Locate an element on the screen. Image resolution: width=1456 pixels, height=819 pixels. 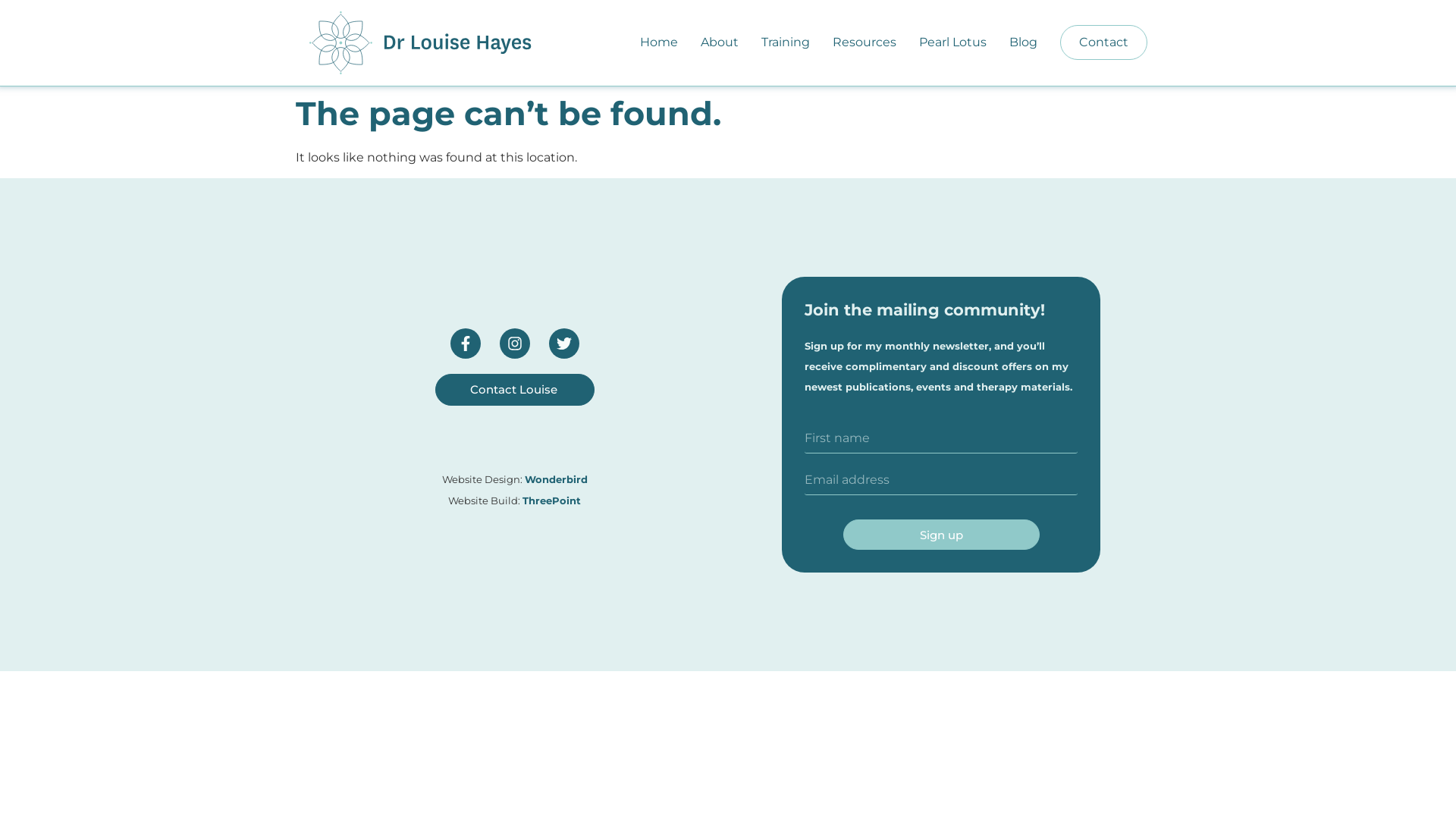
'Contact Louise' is located at coordinates (514, 389).